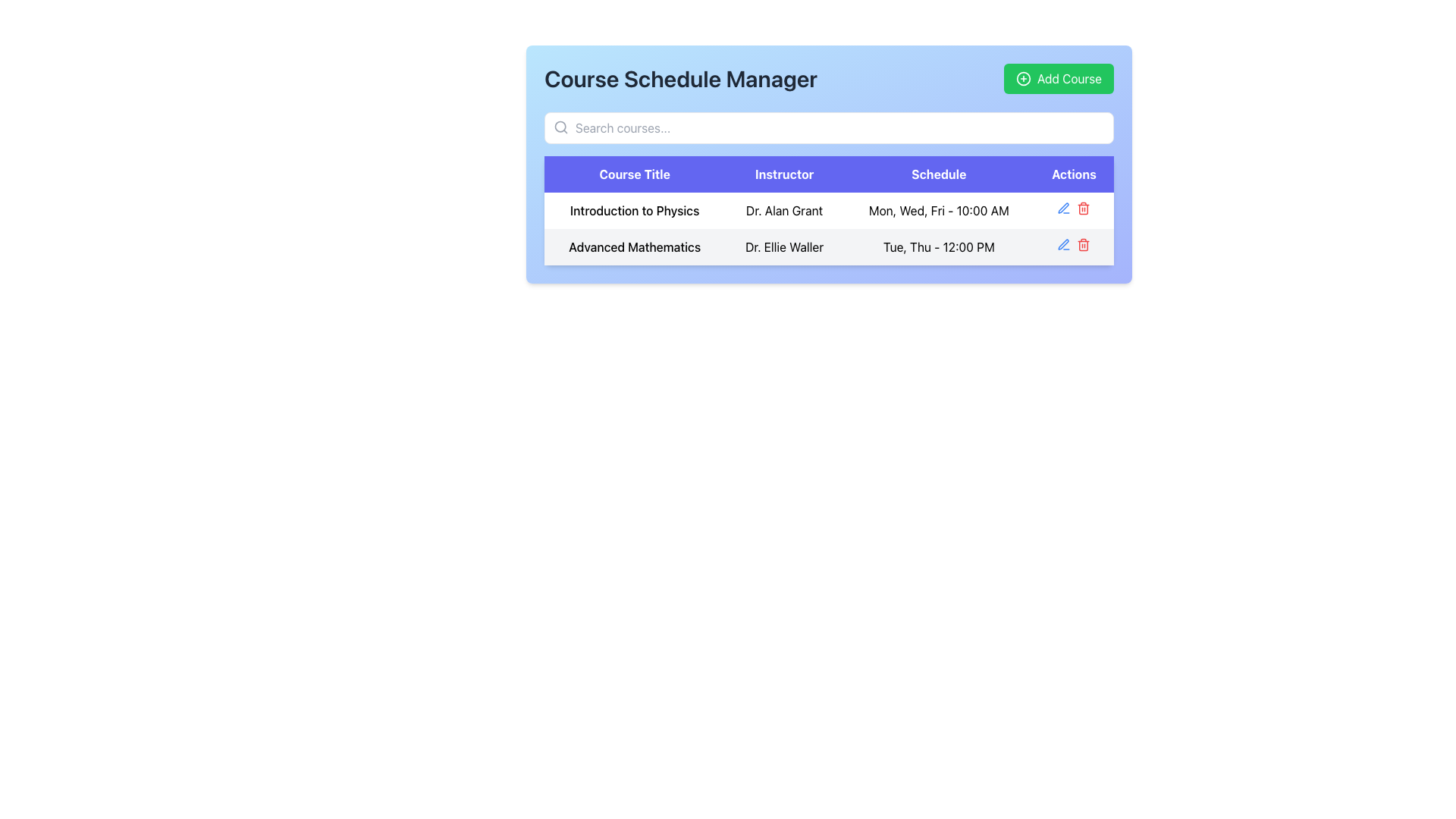 This screenshot has height=819, width=1456. Describe the element at coordinates (1063, 208) in the screenshot. I see `the small blue pen icon located under the 'Actions' column in the second row of a table` at that location.